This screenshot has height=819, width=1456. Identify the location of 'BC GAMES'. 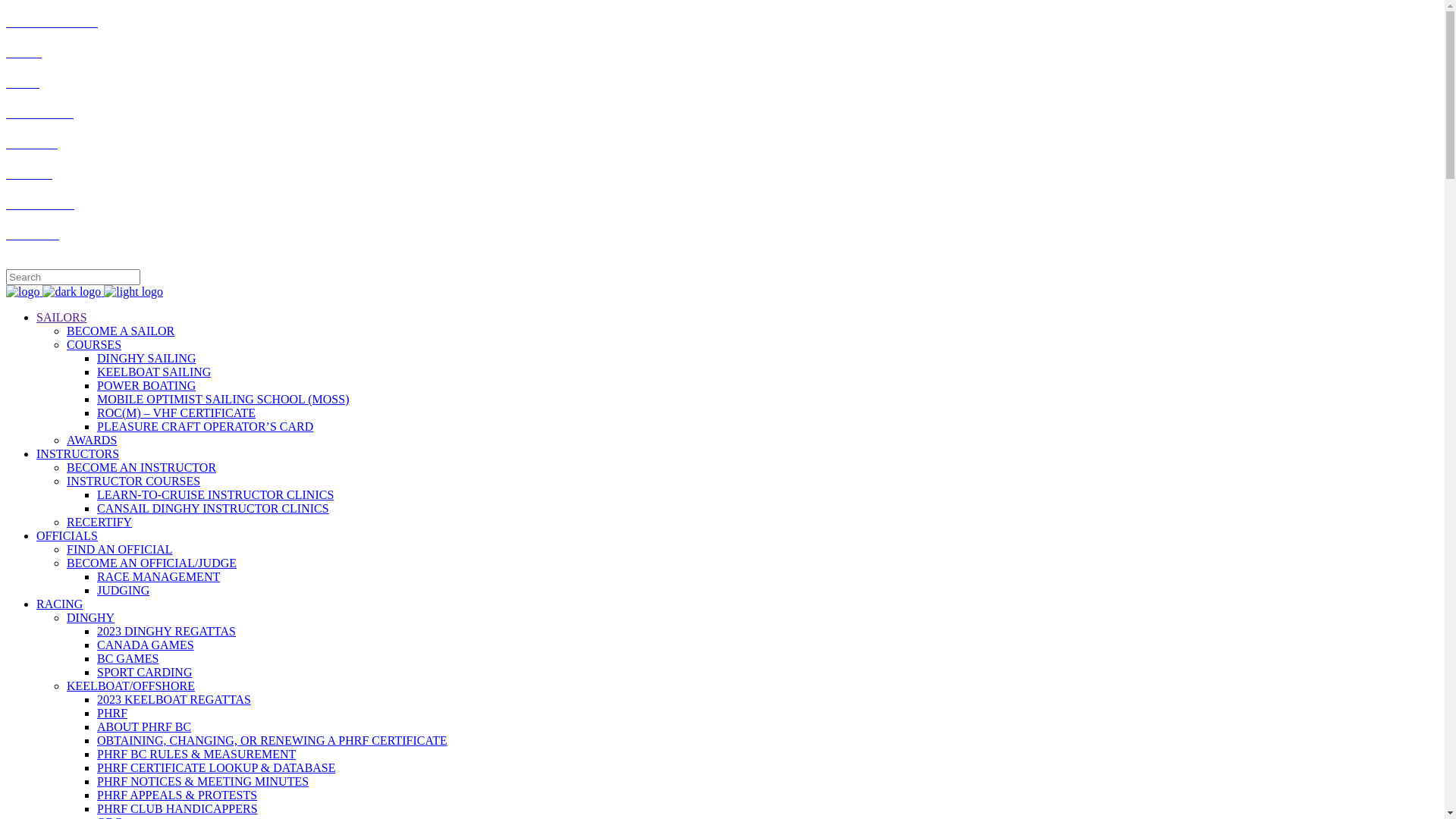
(96, 657).